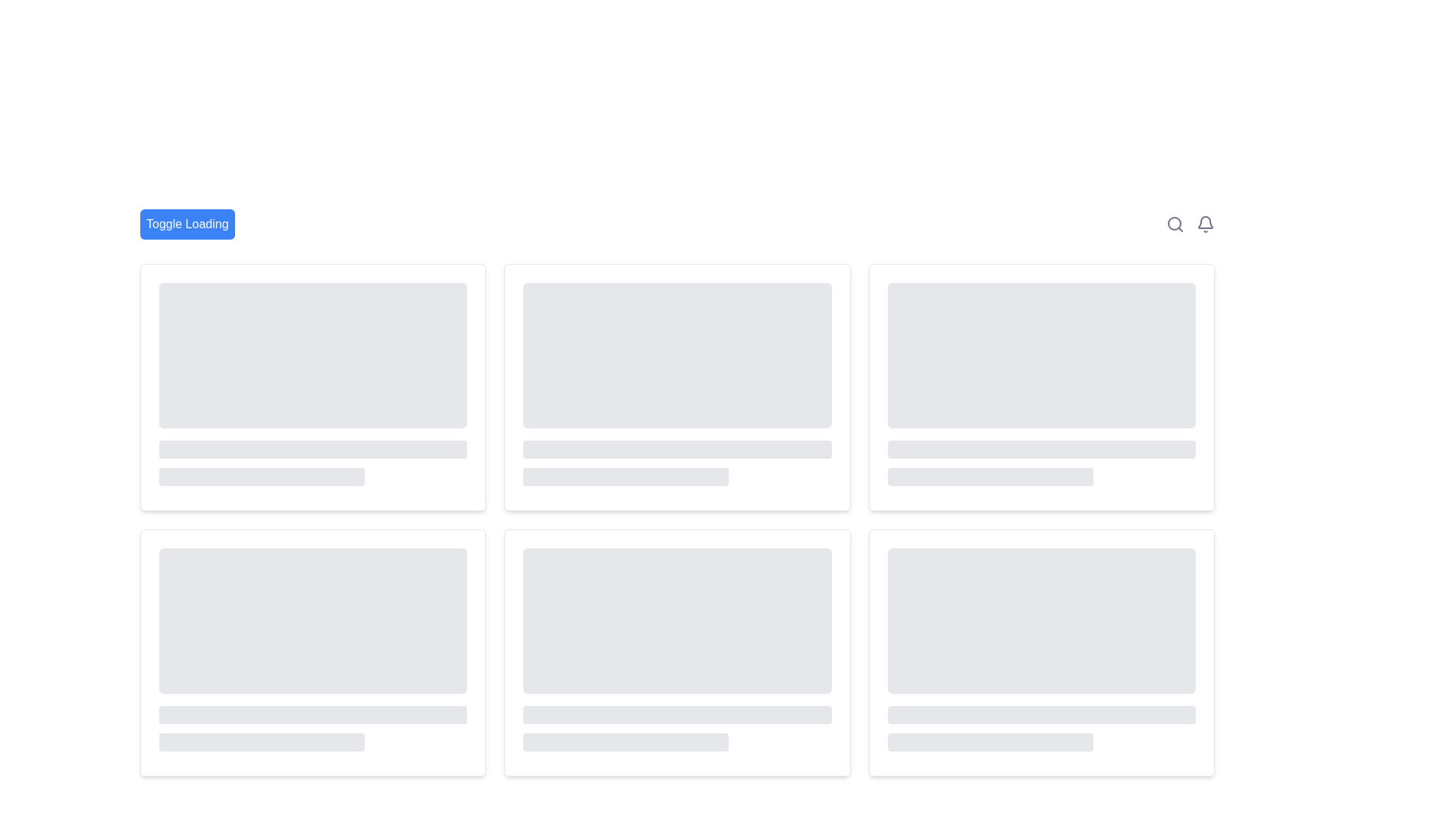 Image resolution: width=1456 pixels, height=819 pixels. Describe the element at coordinates (187, 224) in the screenshot. I see `the blue button labeled 'Toggle Loading' located near the top-left side of the interface` at that location.